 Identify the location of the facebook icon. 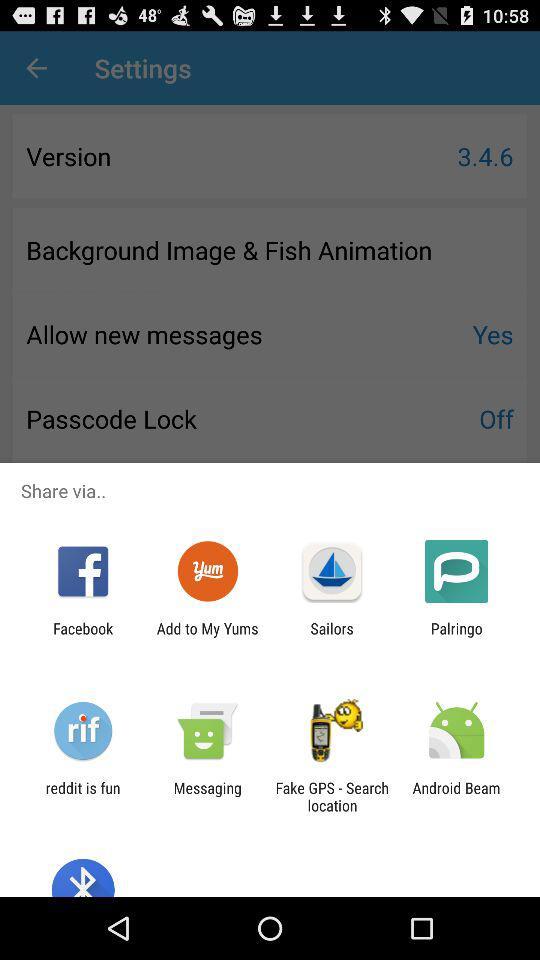
(82, 636).